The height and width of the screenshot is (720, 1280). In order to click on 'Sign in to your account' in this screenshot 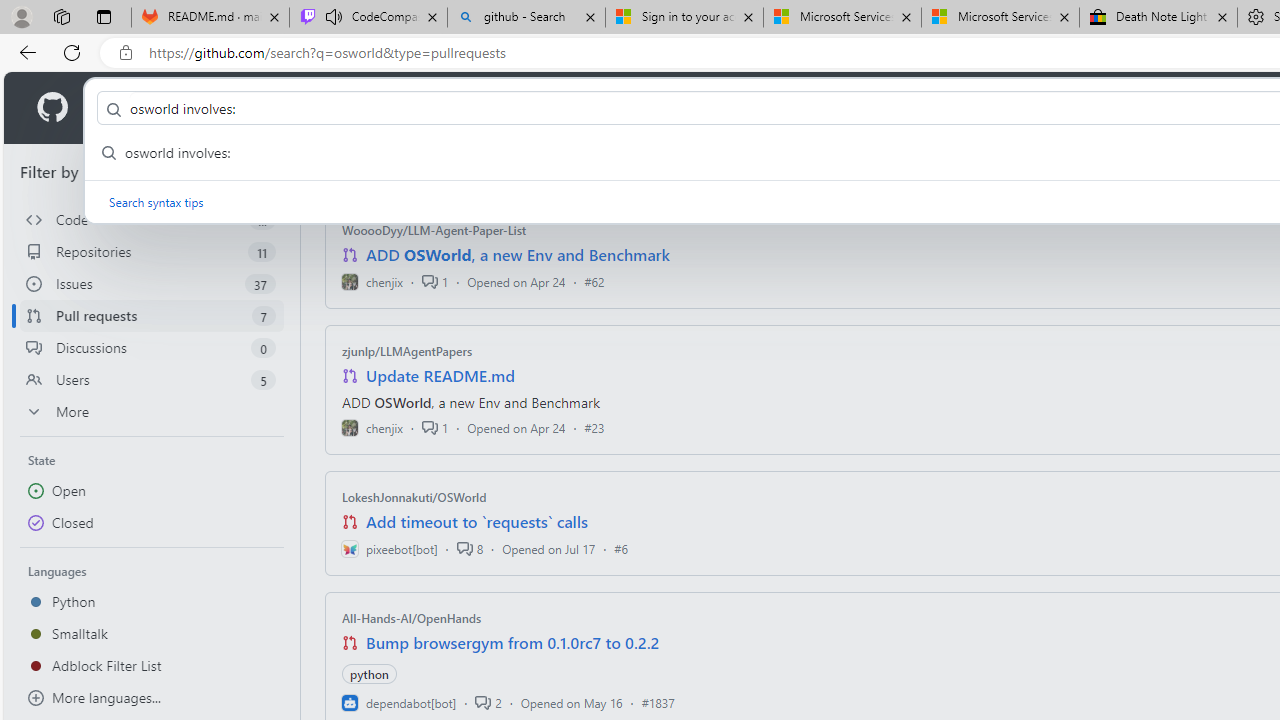, I will do `click(684, 17)`.